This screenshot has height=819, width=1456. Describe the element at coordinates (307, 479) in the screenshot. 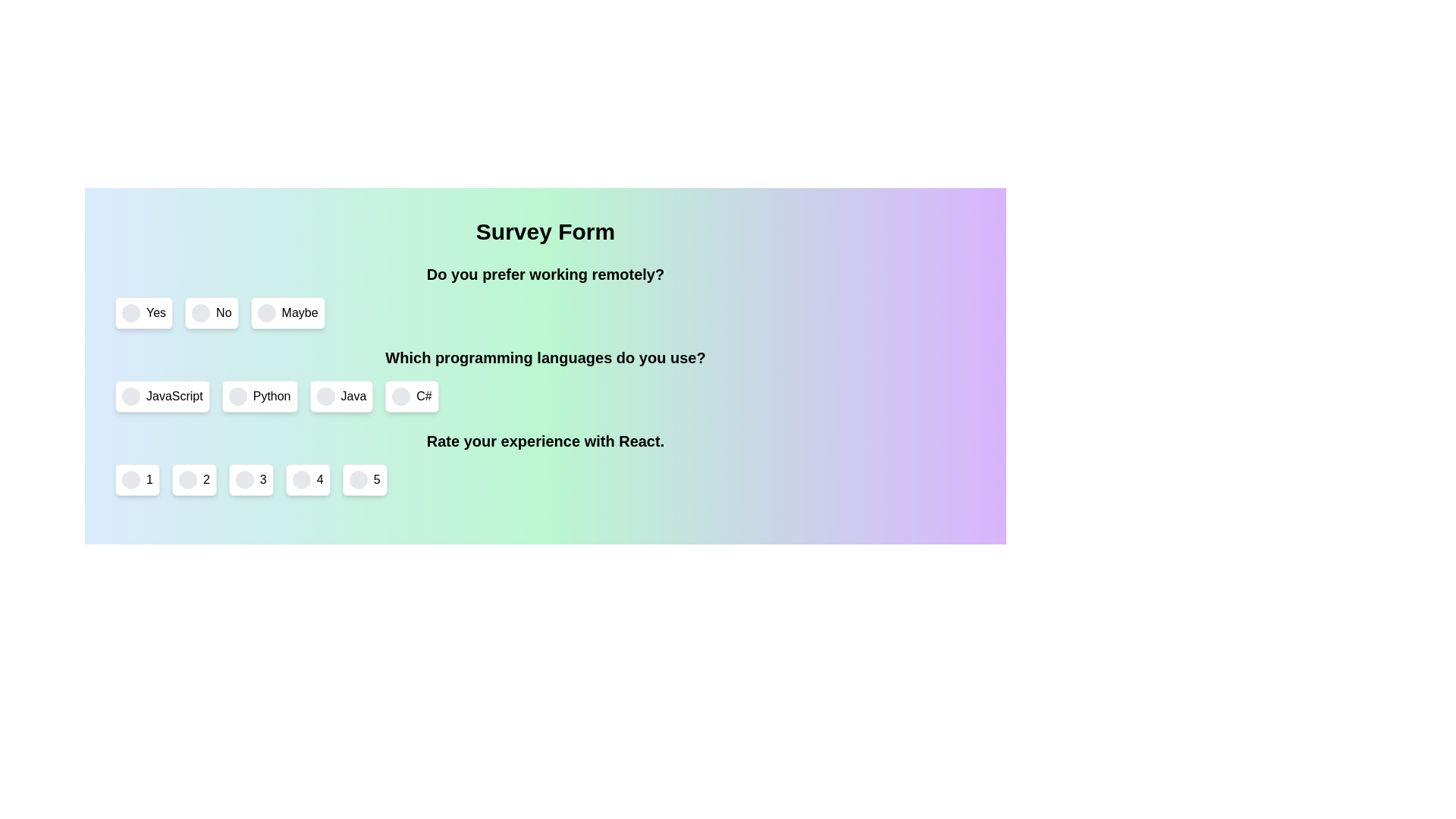

I see `the radio button labeled '4' in the 'Rate your experience with React' section, which features a gray circle and the number '4' in black text` at that location.